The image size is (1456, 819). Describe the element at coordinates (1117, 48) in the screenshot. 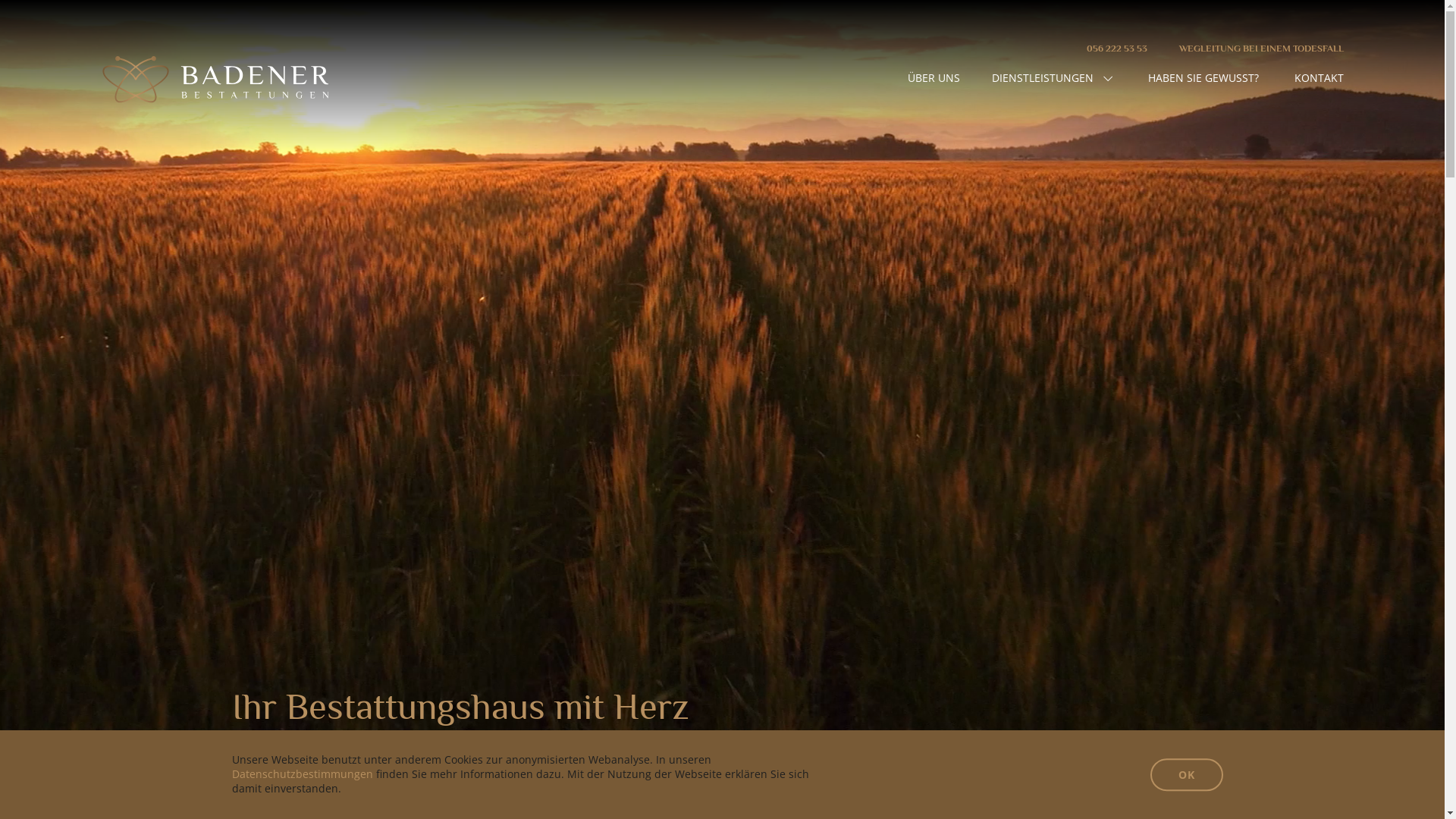

I see `'056 222 53 53'` at that location.